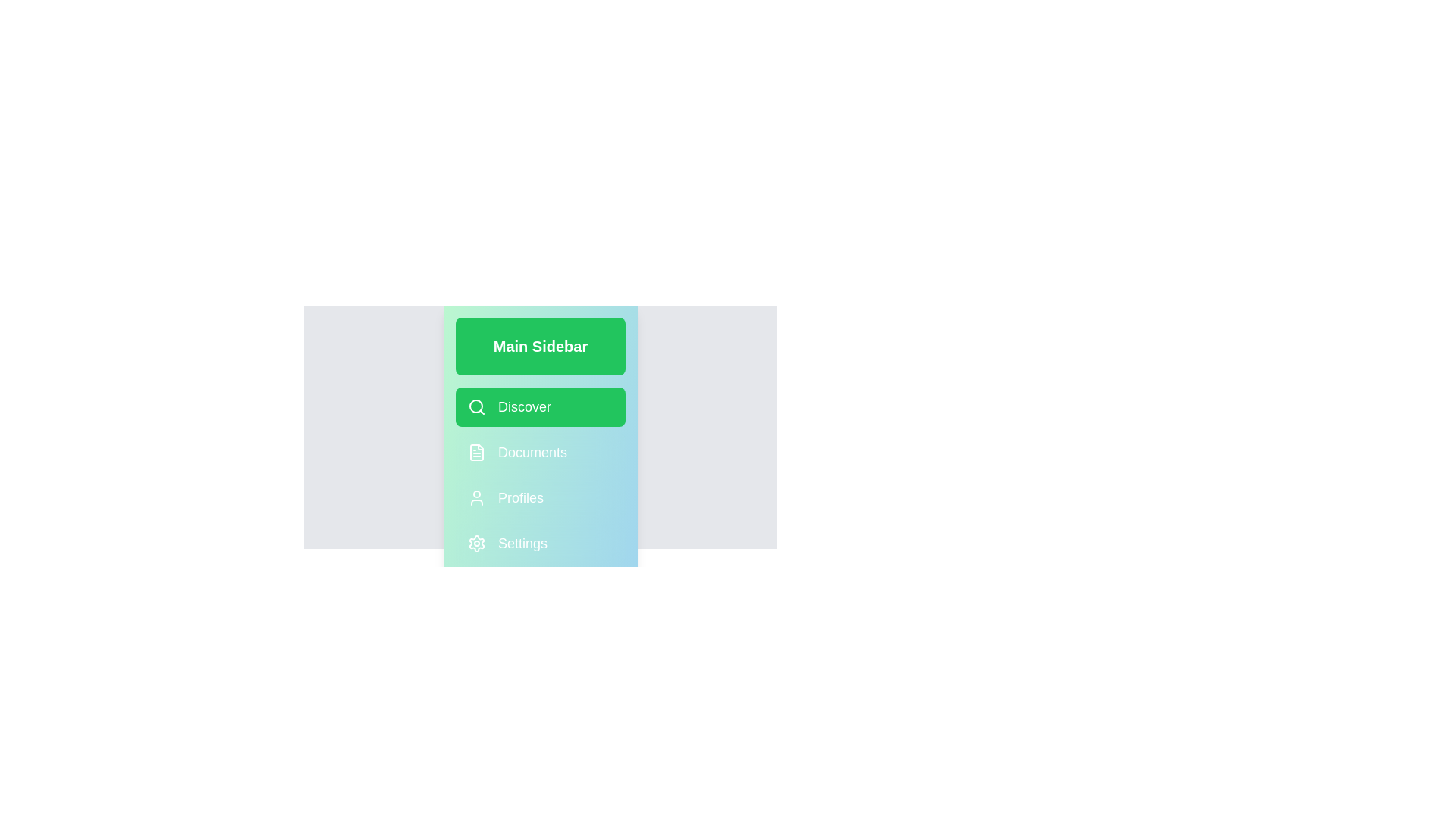 Image resolution: width=1456 pixels, height=819 pixels. I want to click on the 'Profiles' navigation button which is the third item in the vertical menu hierarchy, located beneath 'Documents' and above 'Settings', so click(541, 497).